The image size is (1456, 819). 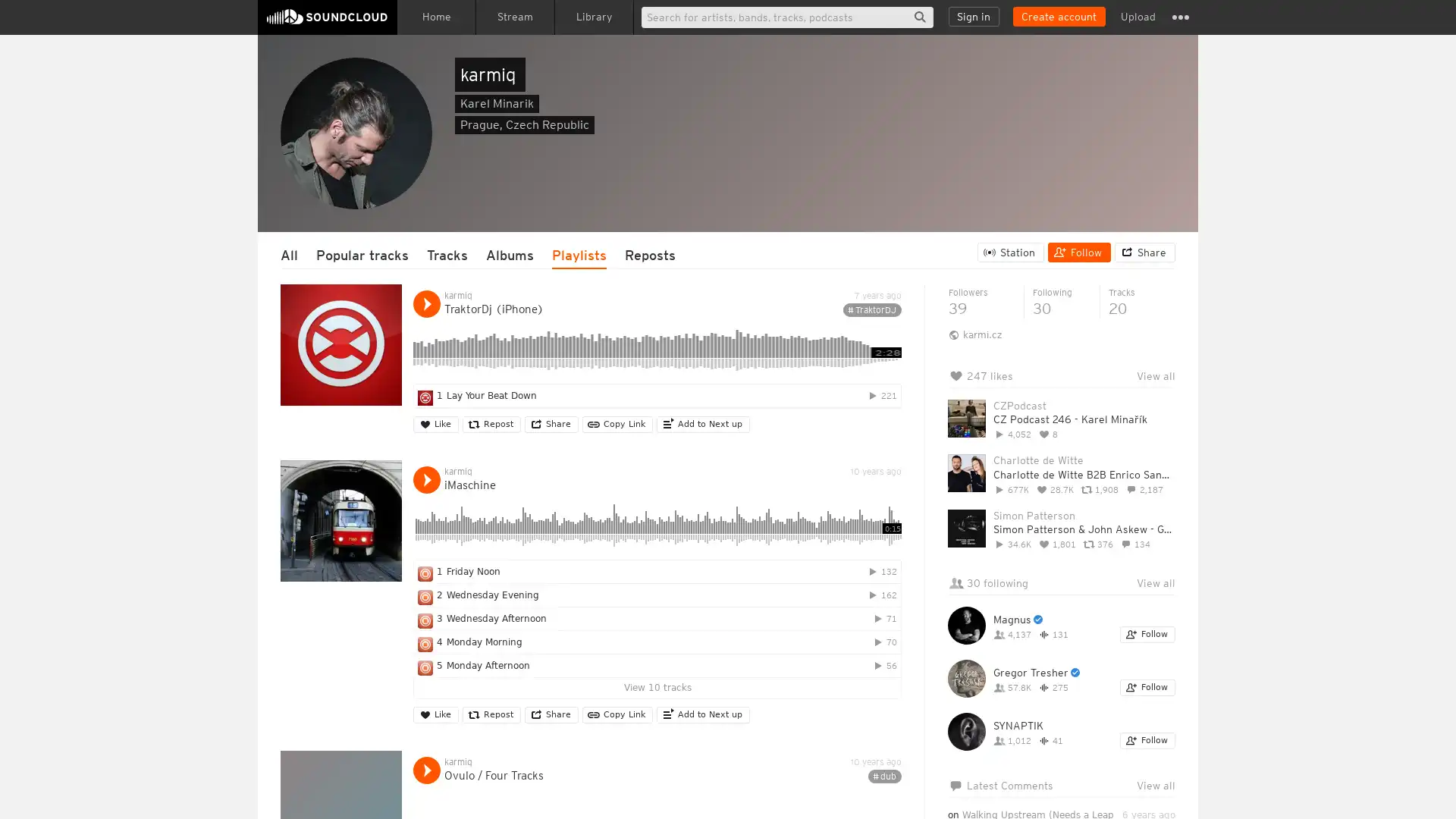 I want to click on Create a SoundCloud account, so click(x=1058, y=17).